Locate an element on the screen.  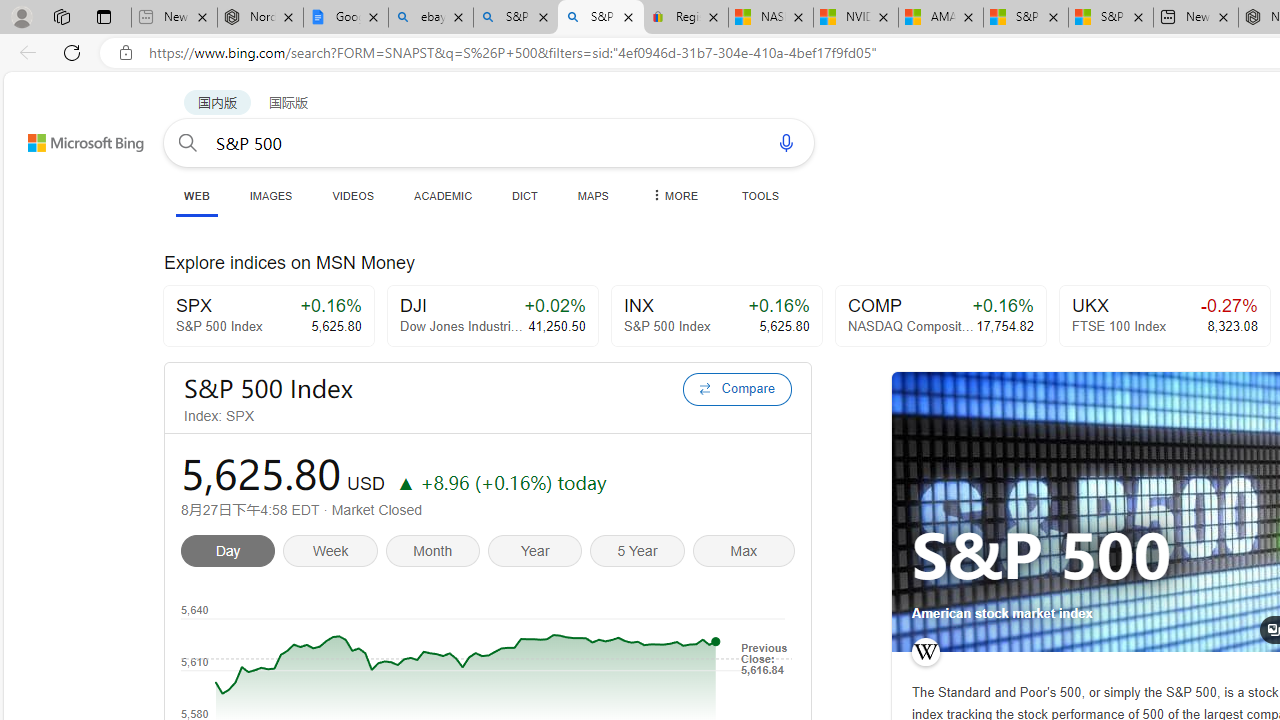
'ebay - Search' is located at coordinates (430, 17).